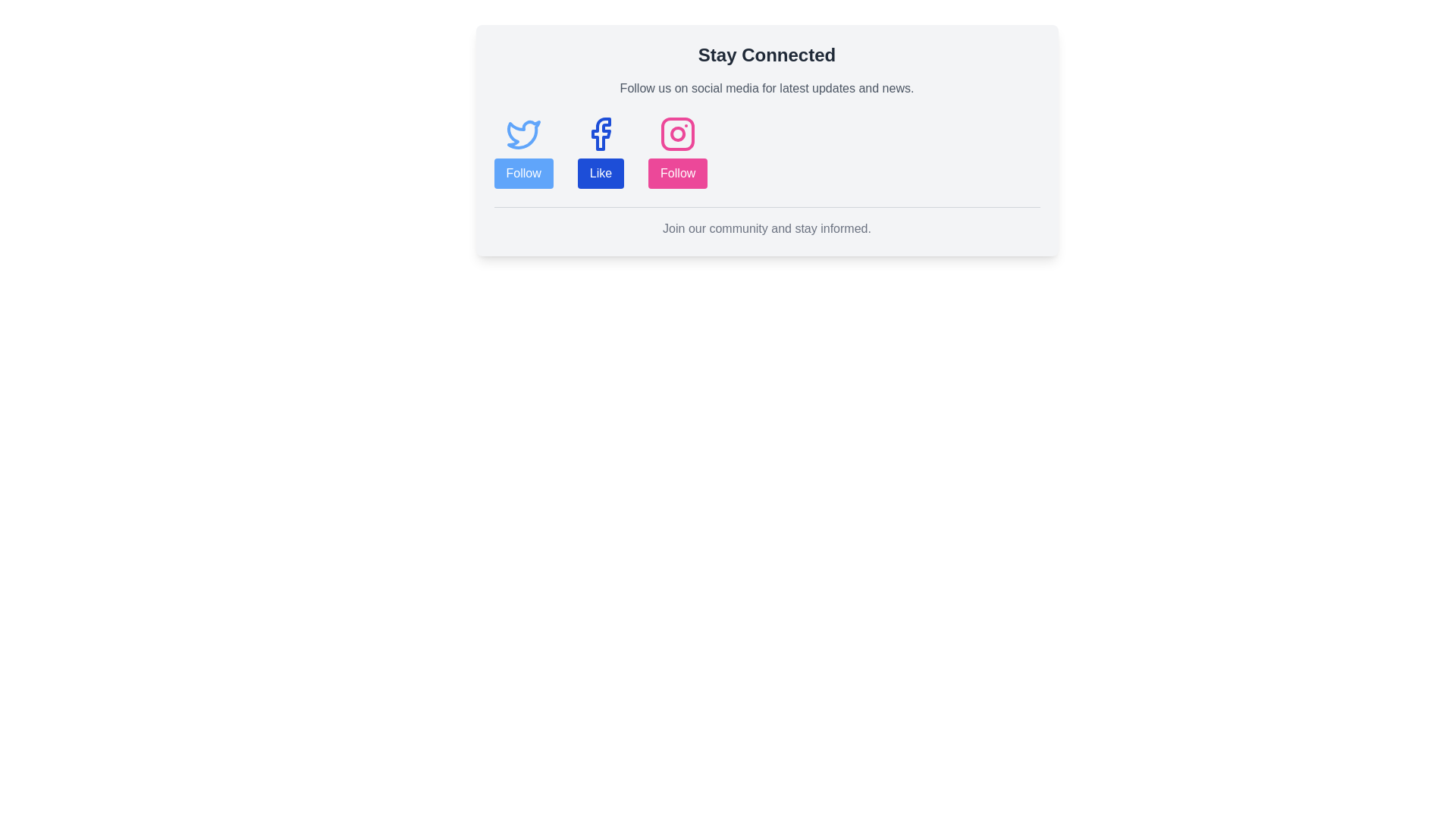  What do you see at coordinates (677, 172) in the screenshot?
I see `the Instagram follow button located below the Instagram logo within the 'Stay Connected' panel` at bounding box center [677, 172].